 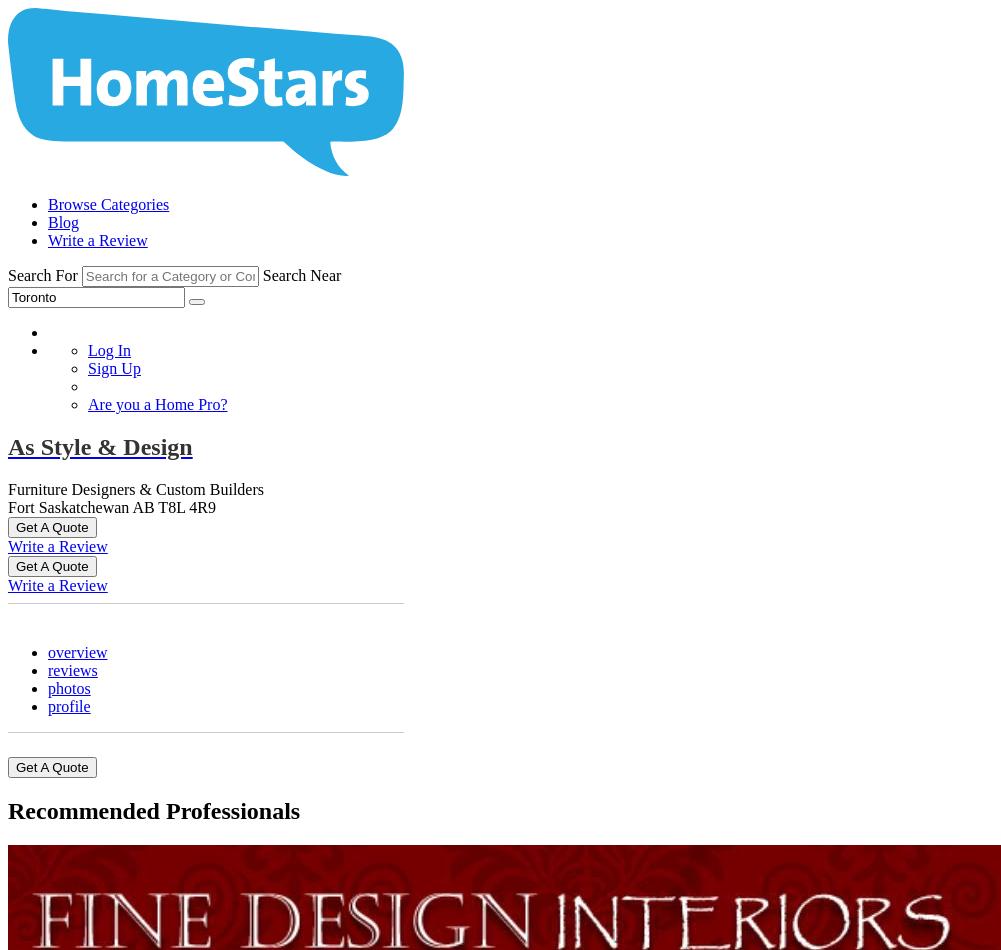 I want to click on 'Recommended Professionals', so click(x=153, y=808).